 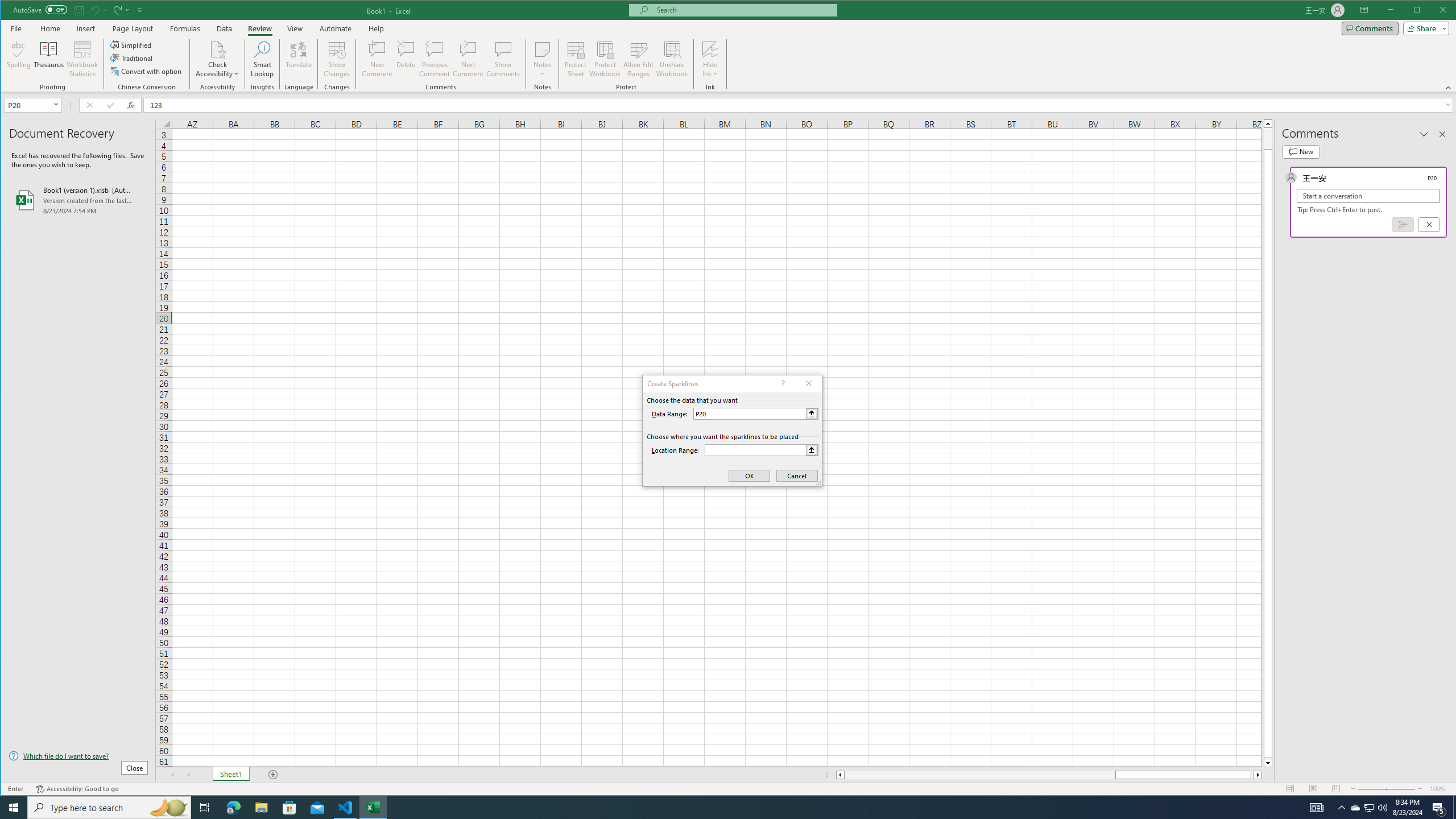 I want to click on 'Show Changes', so click(x=336, y=59).